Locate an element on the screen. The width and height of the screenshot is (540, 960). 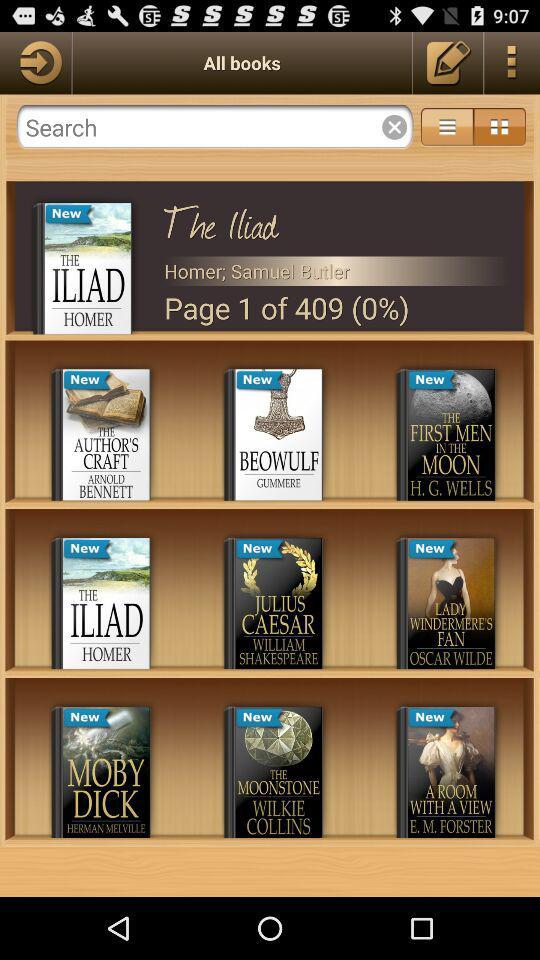
more options is located at coordinates (447, 126).